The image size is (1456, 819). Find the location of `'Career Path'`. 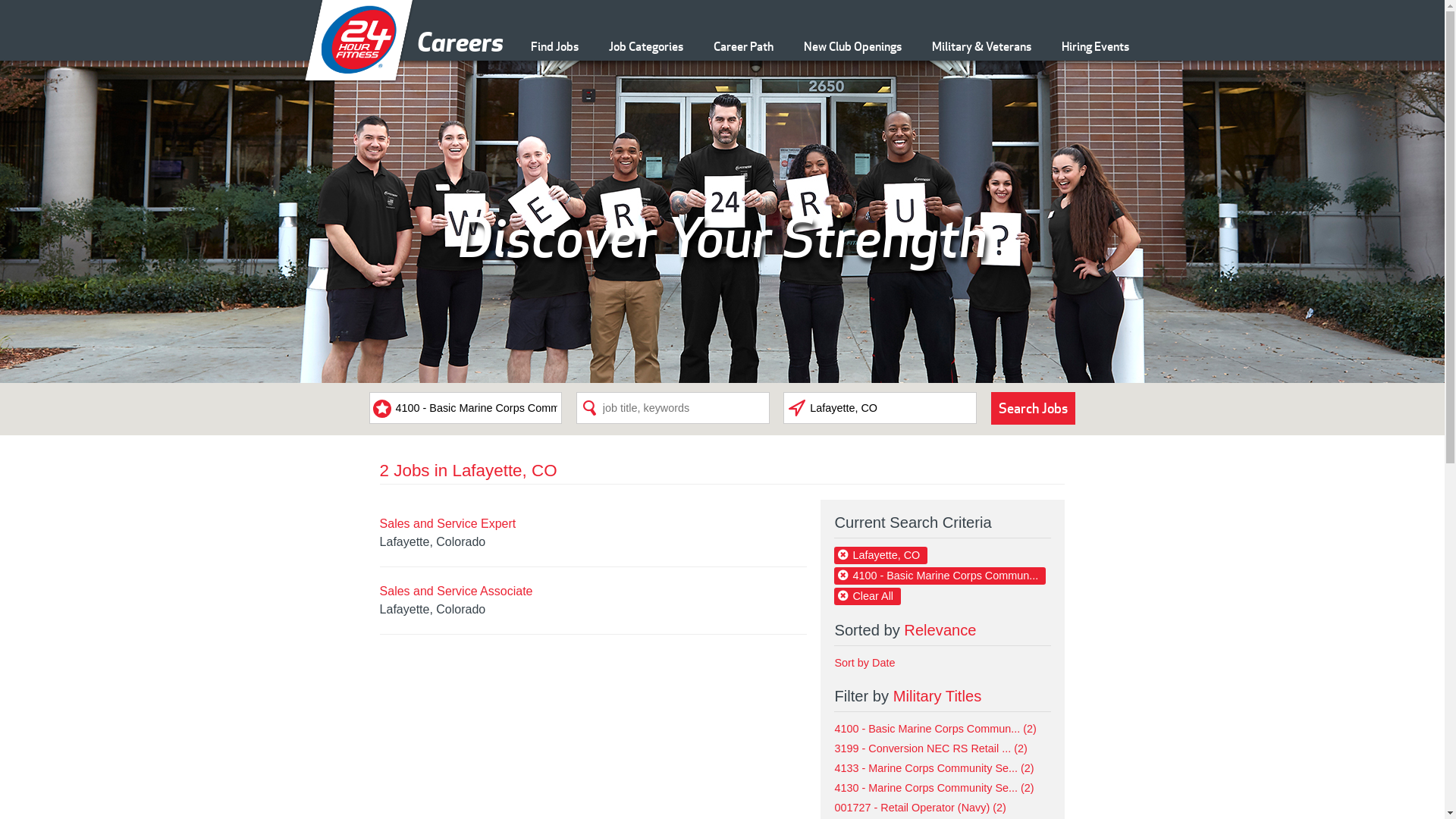

'Career Path' is located at coordinates (742, 42).